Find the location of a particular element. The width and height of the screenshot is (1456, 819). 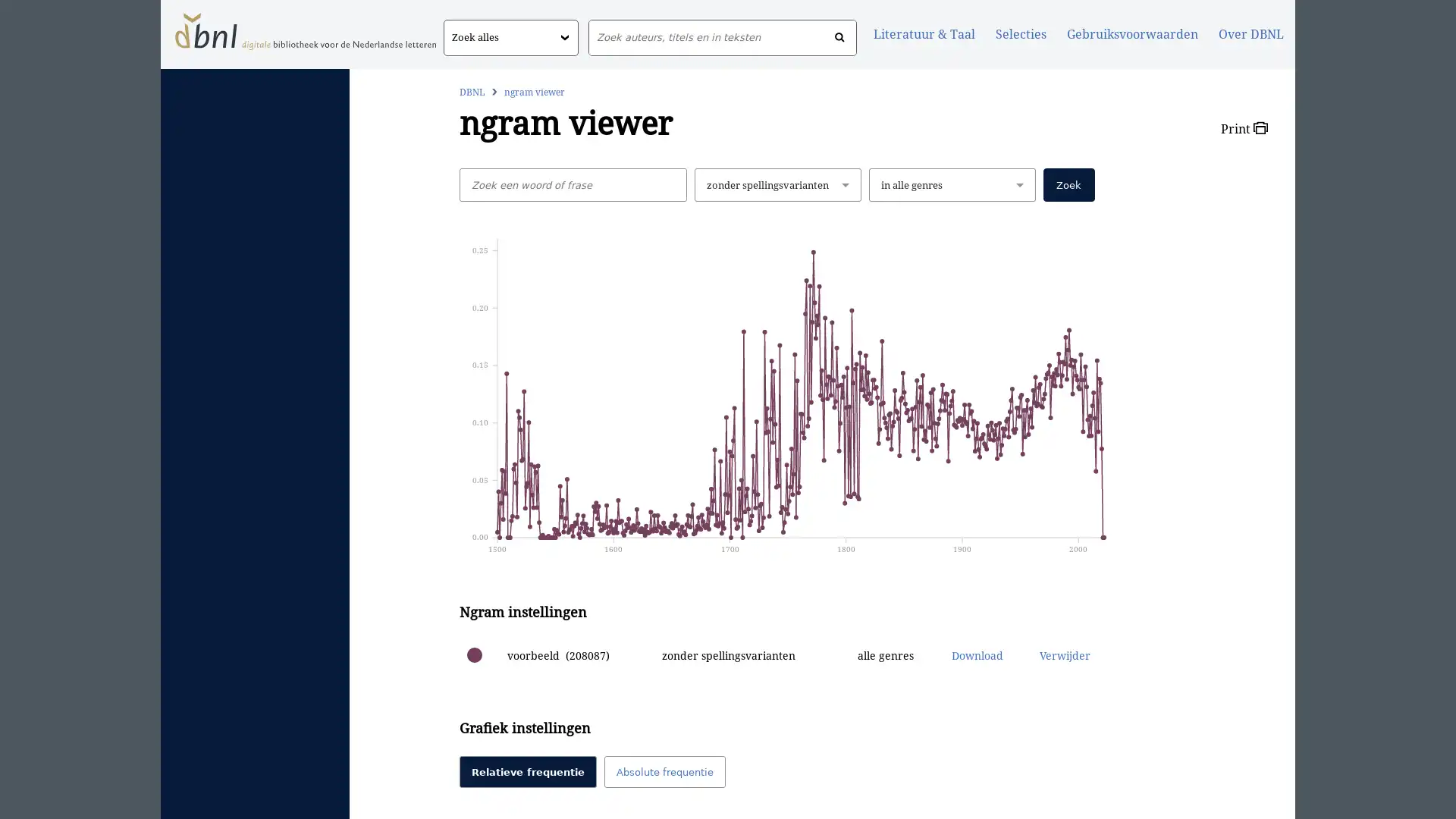

Zoek is located at coordinates (1068, 184).